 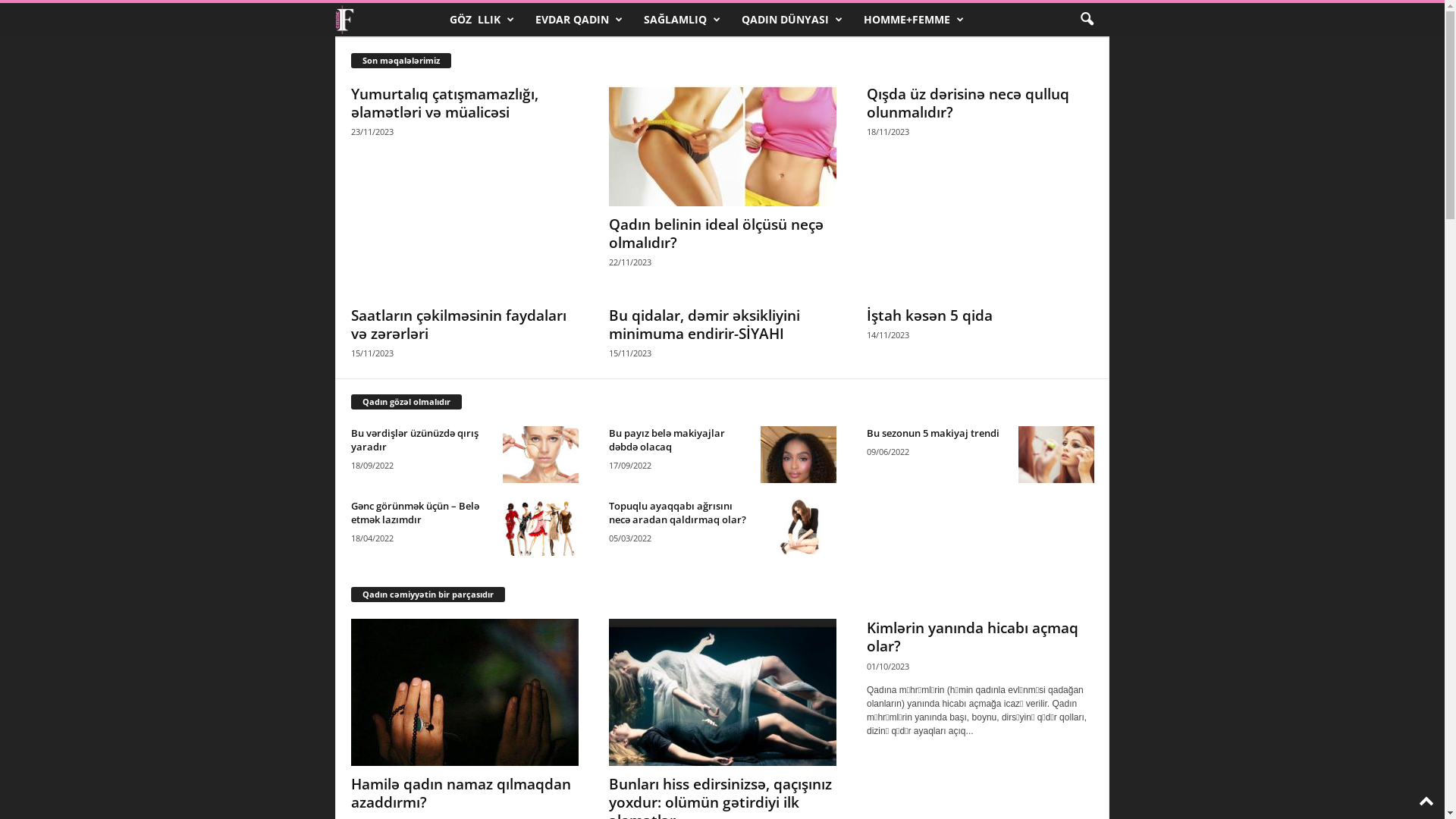 I want to click on 'HOMME+FEMME', so click(x=912, y=20).